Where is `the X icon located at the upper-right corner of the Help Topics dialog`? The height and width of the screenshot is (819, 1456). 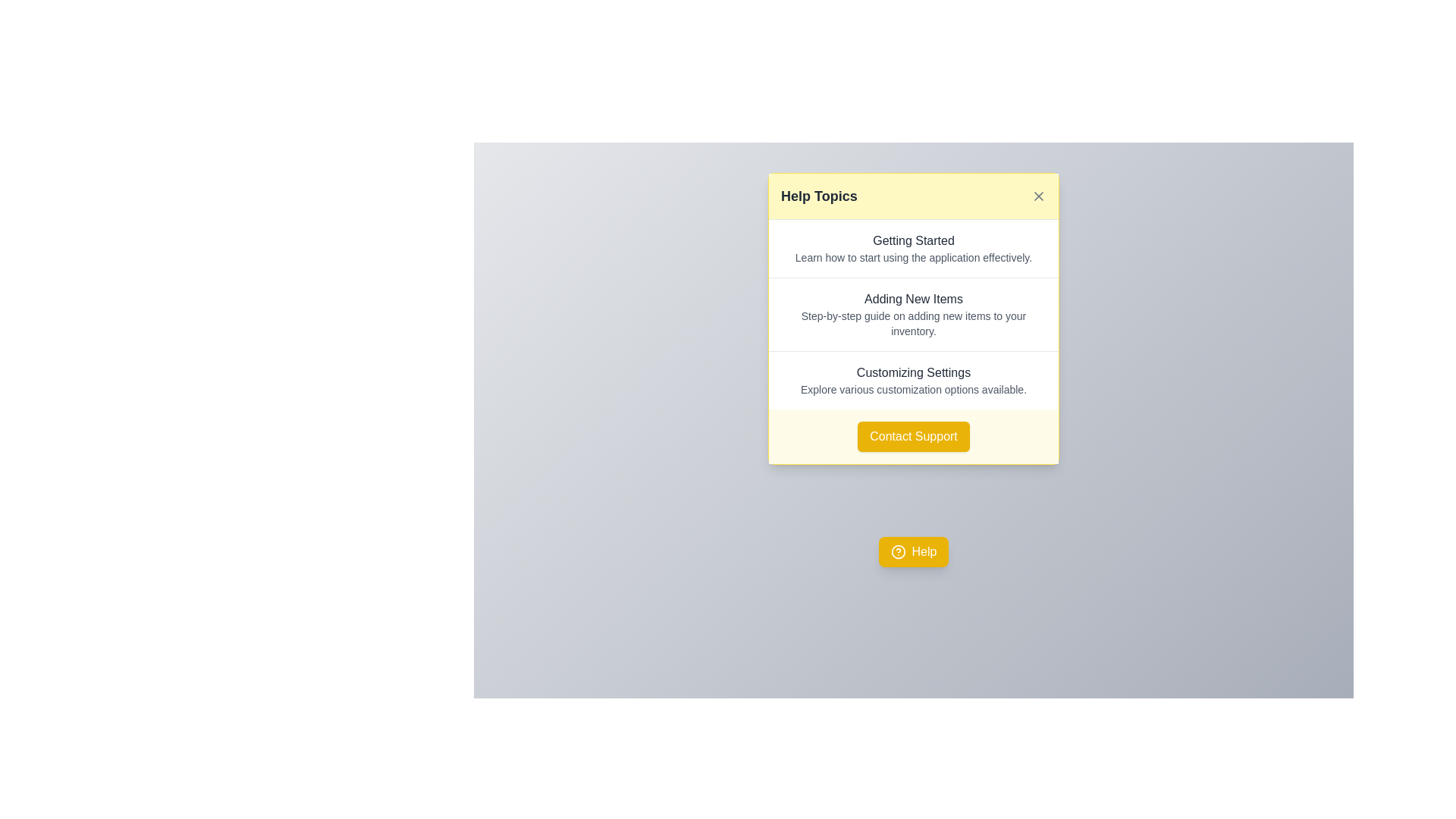
the X icon located at the upper-right corner of the Help Topics dialog is located at coordinates (1037, 195).